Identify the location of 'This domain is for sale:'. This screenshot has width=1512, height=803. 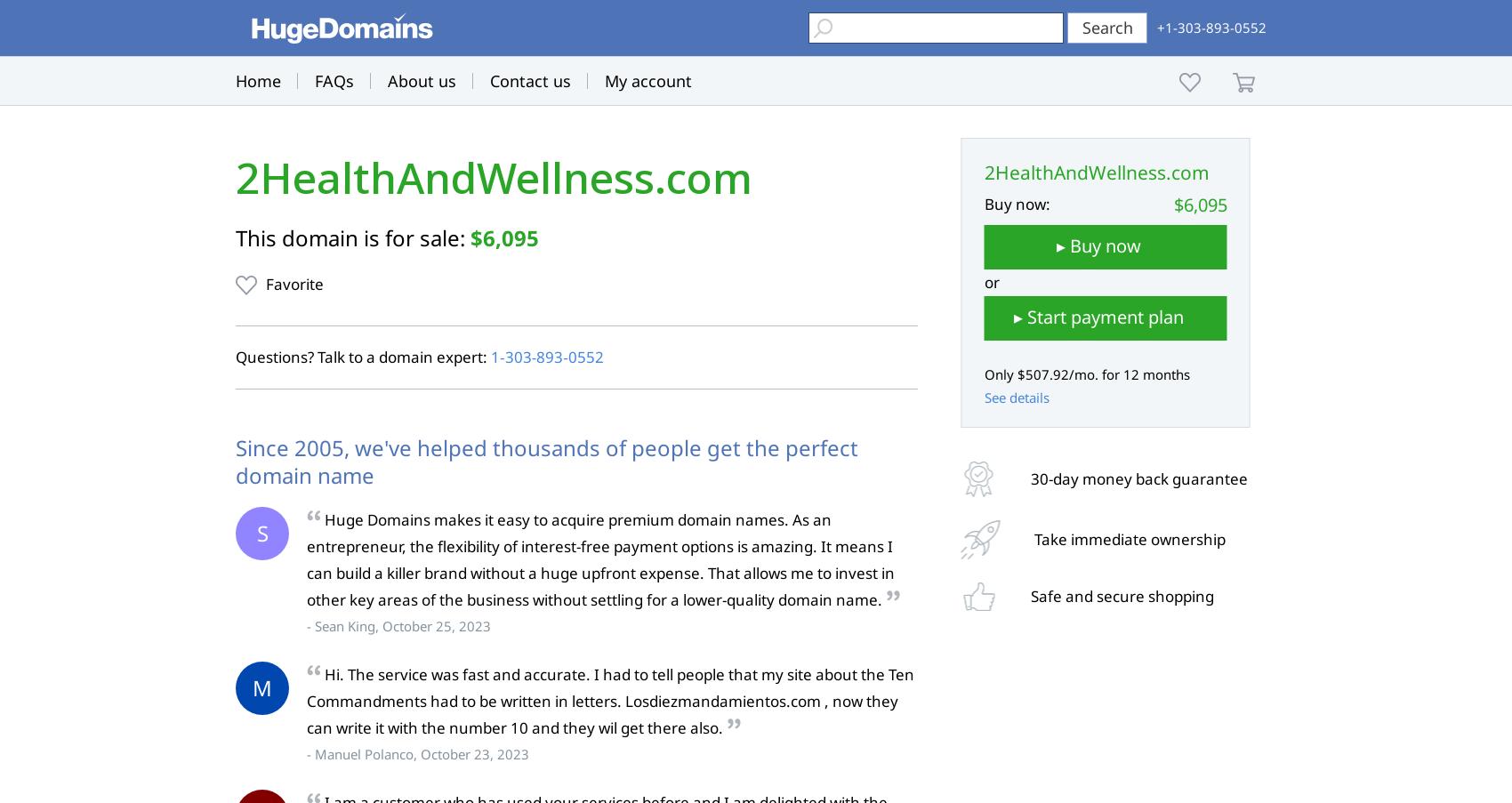
(351, 237).